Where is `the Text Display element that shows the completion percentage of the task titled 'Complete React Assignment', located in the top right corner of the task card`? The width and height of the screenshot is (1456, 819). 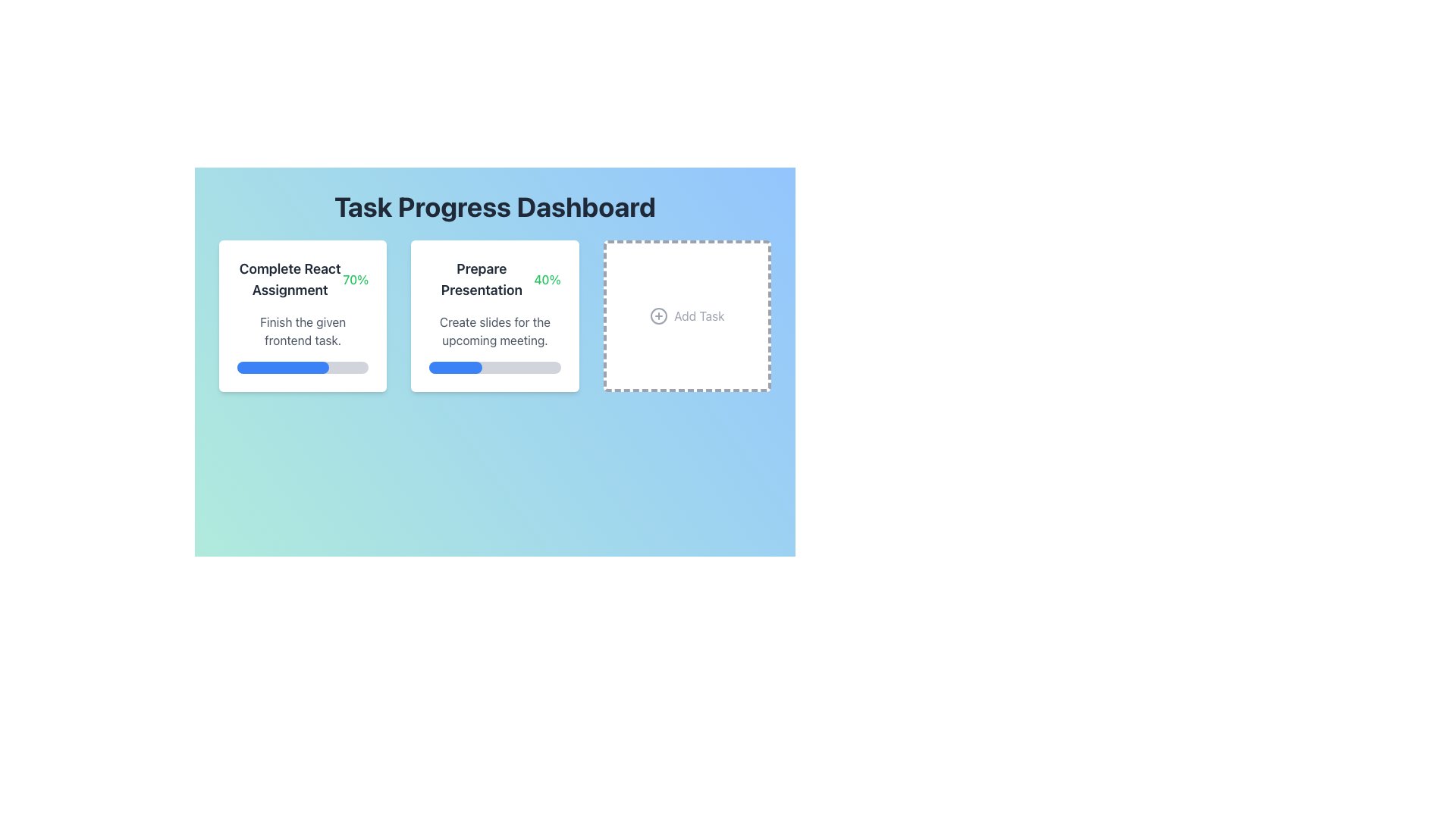
the Text Display element that shows the completion percentage of the task titled 'Complete React Assignment', located in the top right corner of the task card is located at coordinates (355, 280).